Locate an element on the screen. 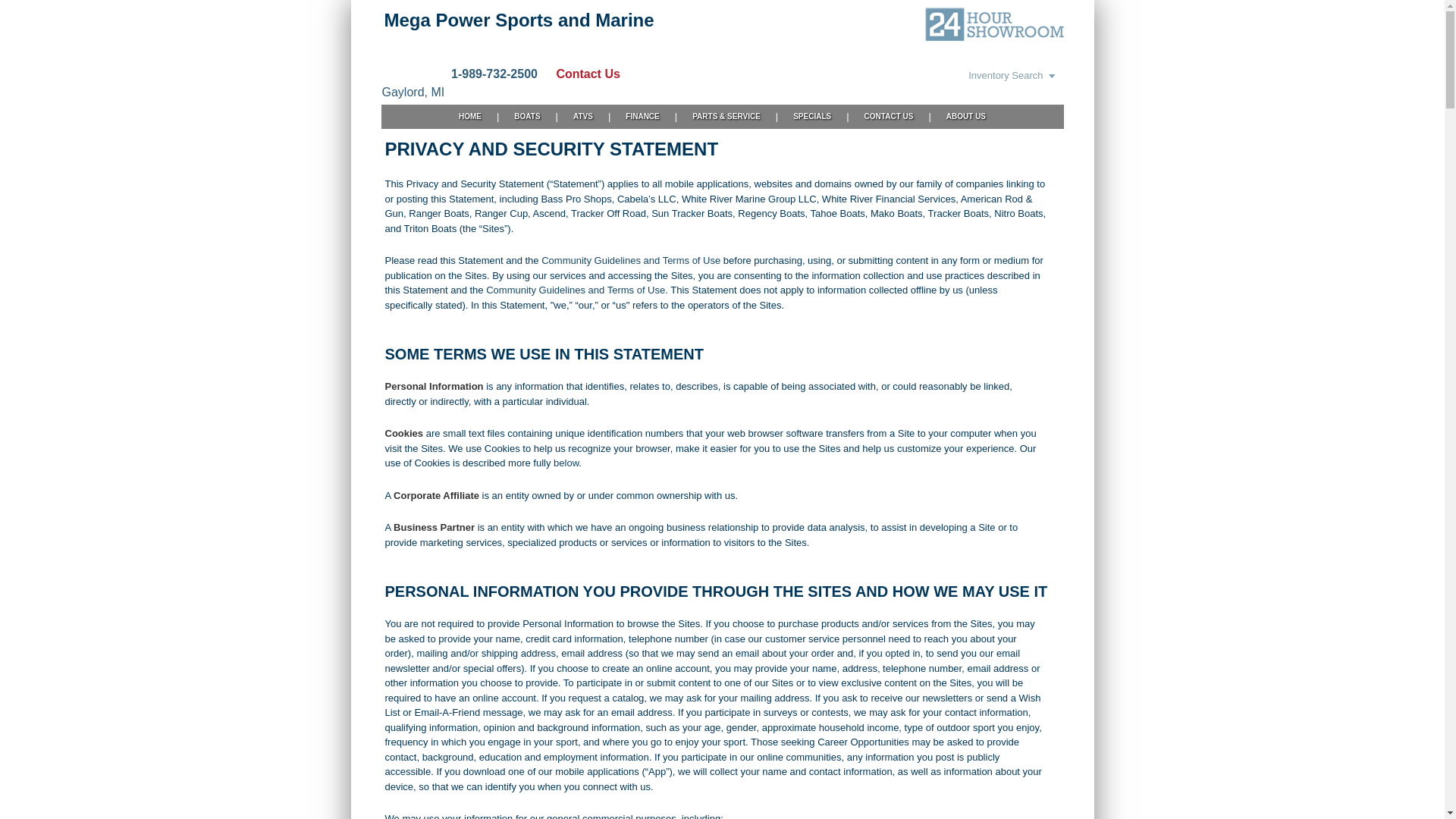 The height and width of the screenshot is (819, 1456). 'Mega Power Sports and Marine' is located at coordinates (519, 20).